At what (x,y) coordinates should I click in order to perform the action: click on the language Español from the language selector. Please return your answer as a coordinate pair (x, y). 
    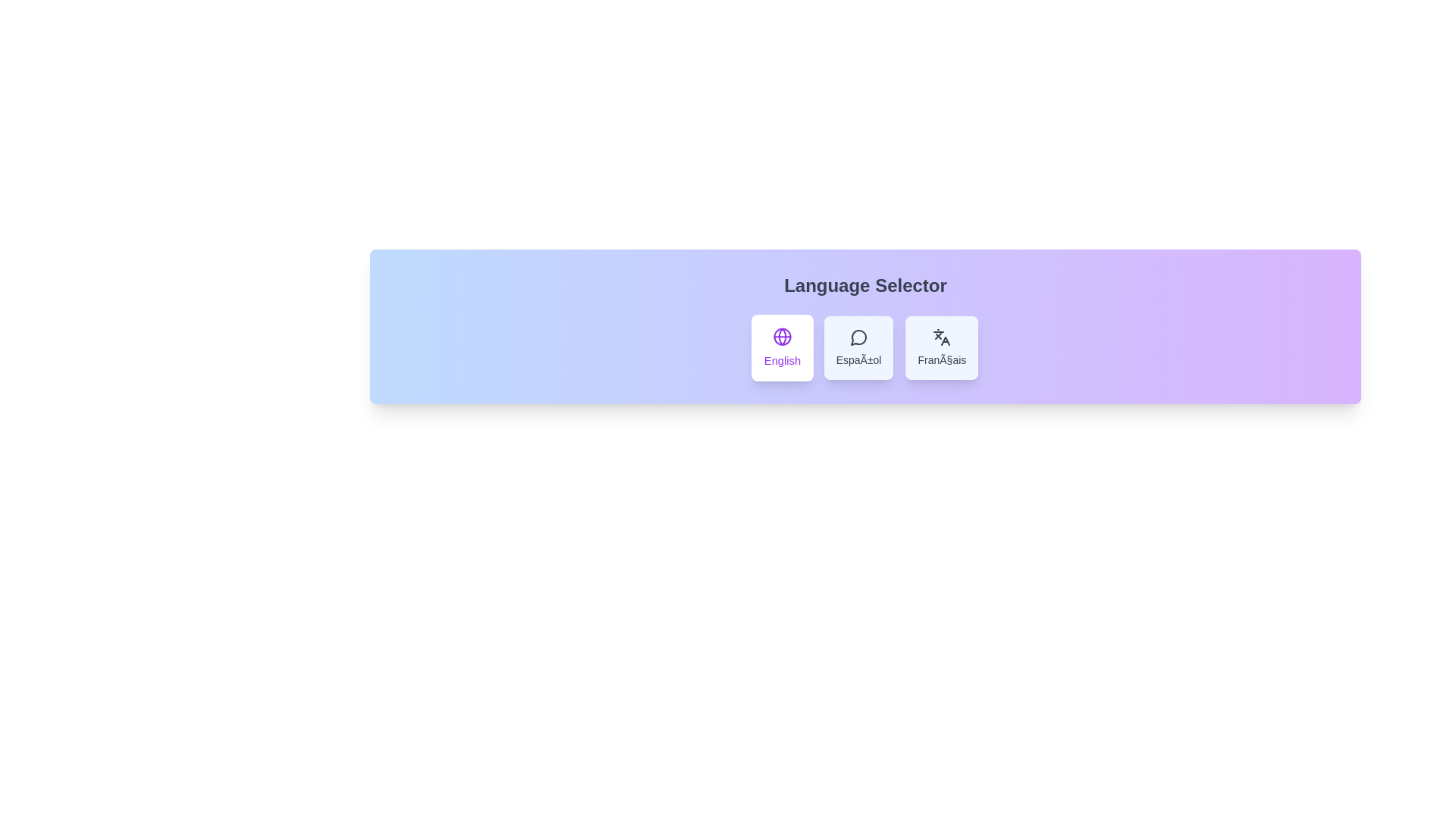
    Looking at the image, I should click on (858, 348).